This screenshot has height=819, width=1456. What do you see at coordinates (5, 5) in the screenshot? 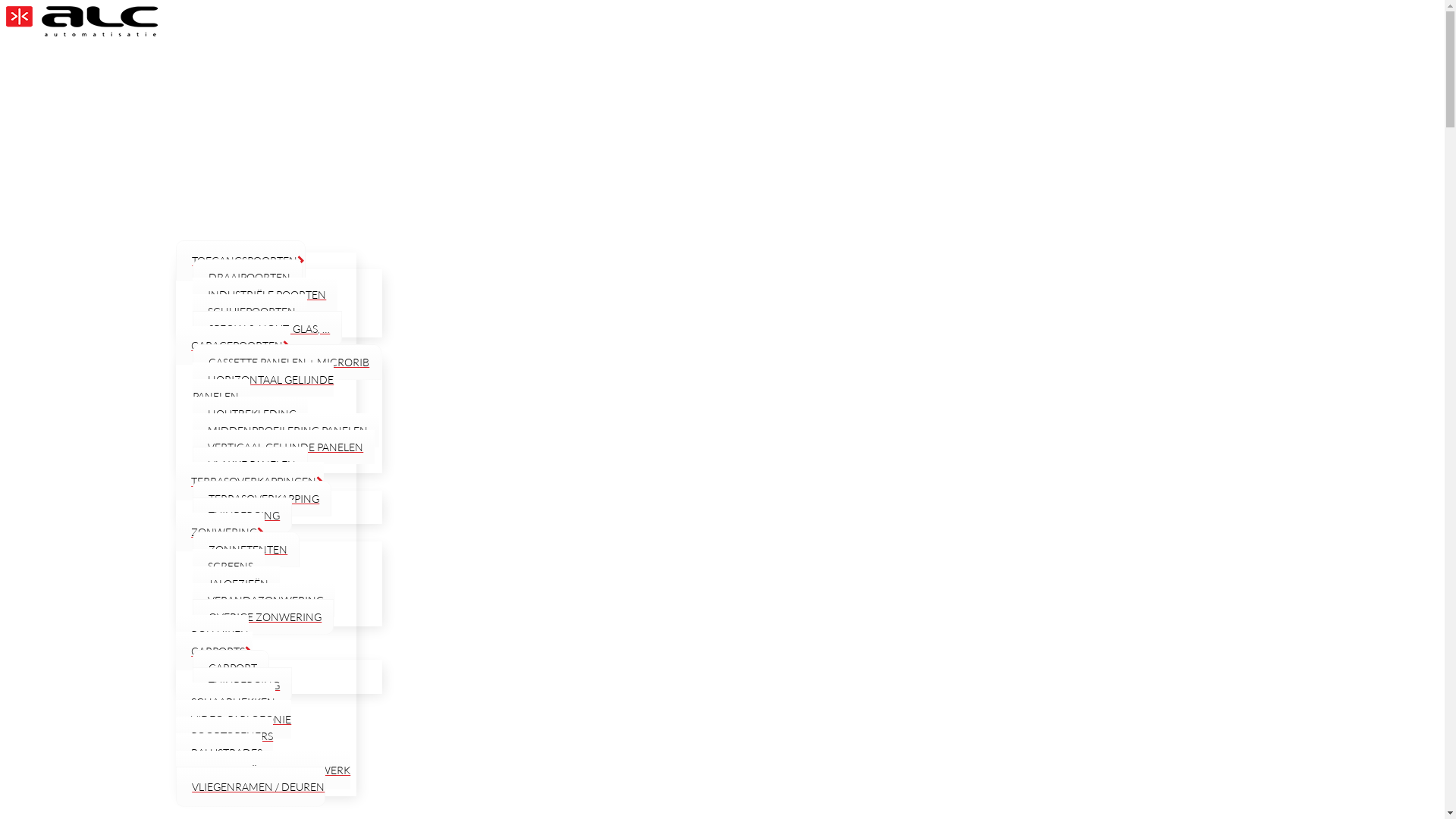
I see `'Skip to content'` at bounding box center [5, 5].